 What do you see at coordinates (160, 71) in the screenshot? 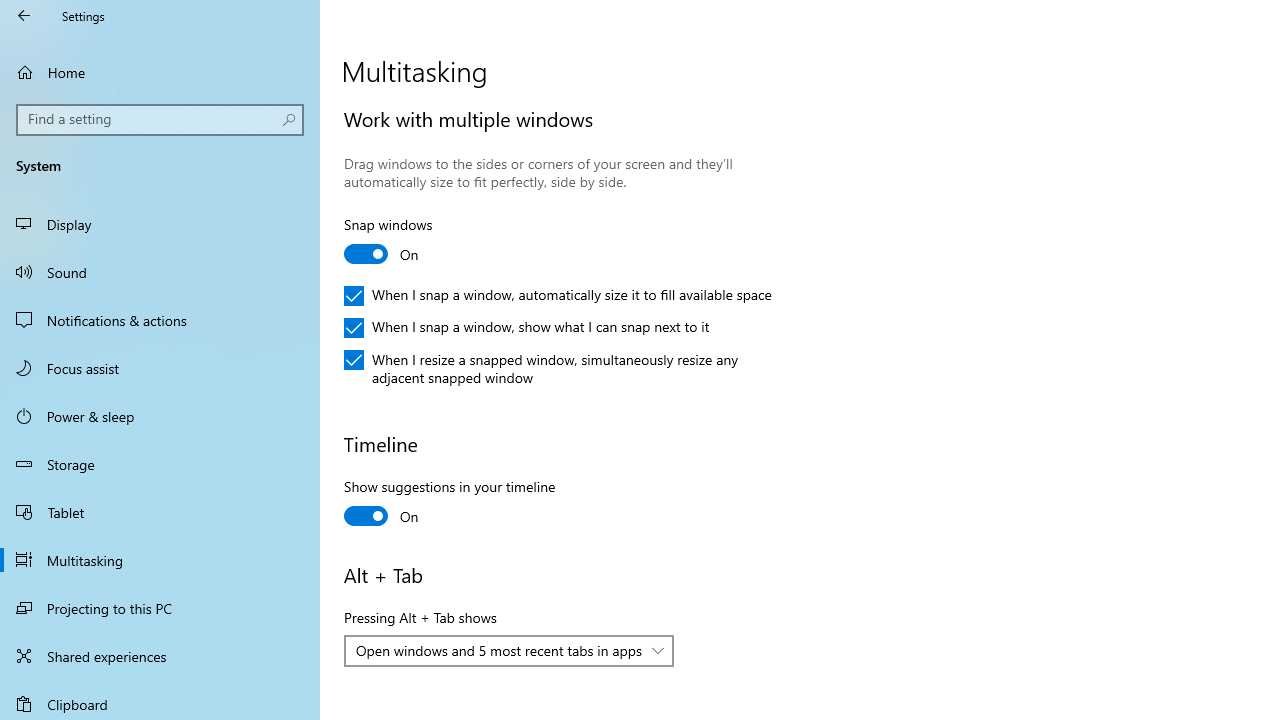
I see `'Home'` at bounding box center [160, 71].